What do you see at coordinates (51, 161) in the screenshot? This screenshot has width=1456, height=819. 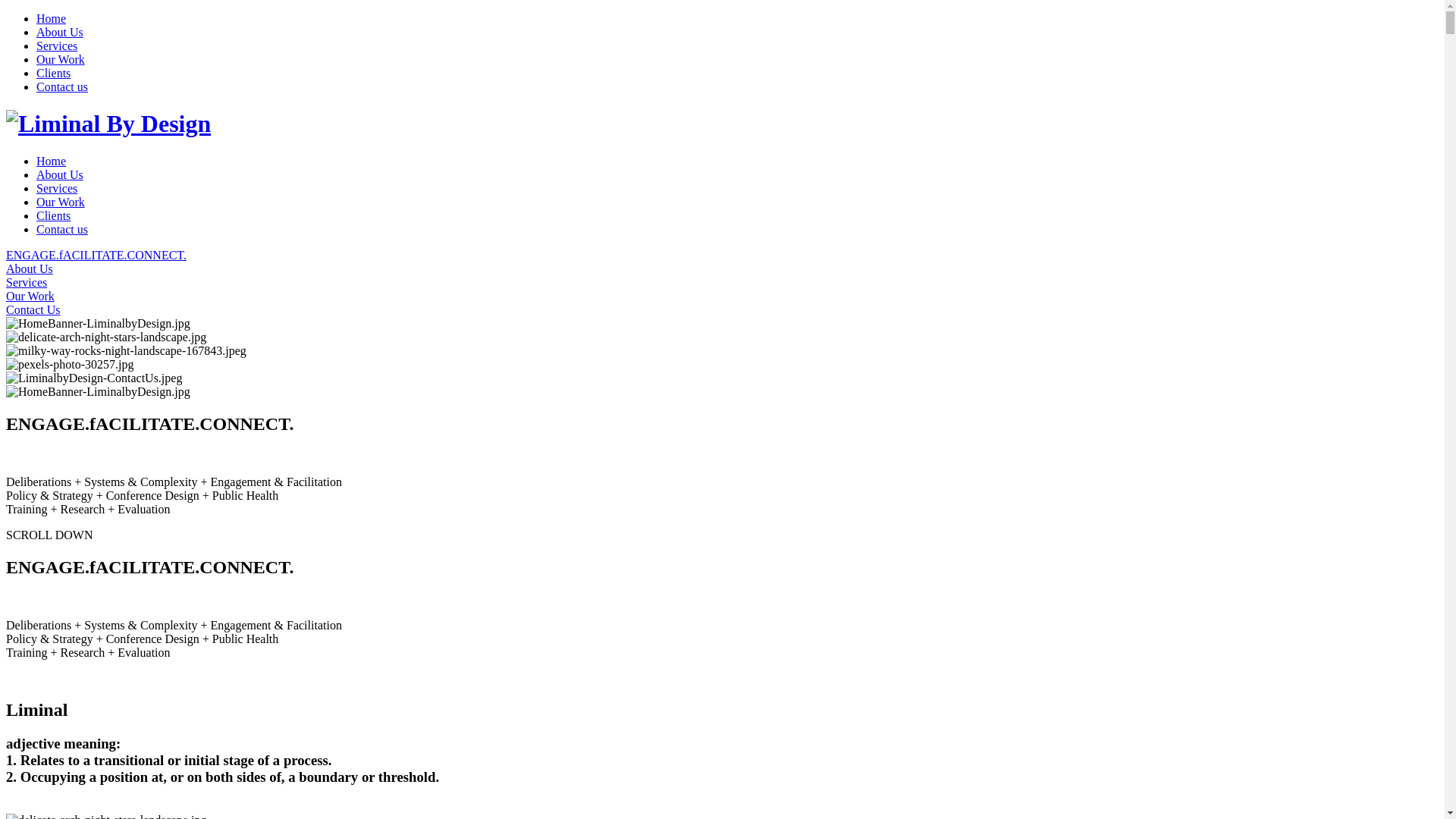 I see `'Home'` at bounding box center [51, 161].